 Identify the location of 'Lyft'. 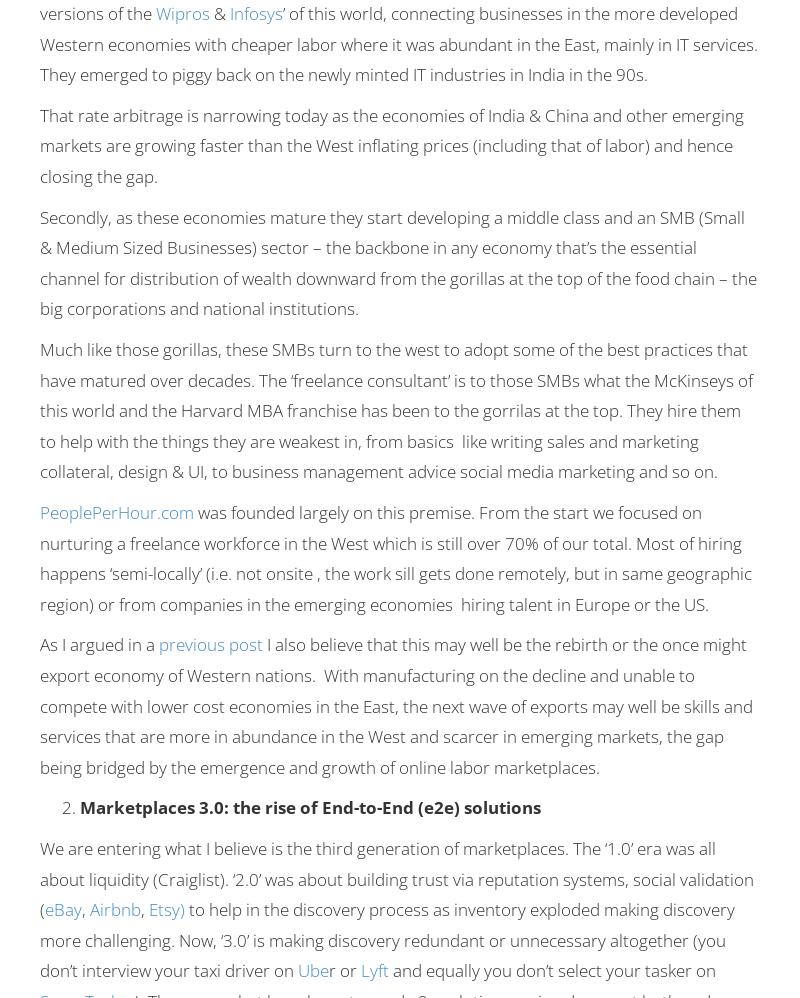
(374, 969).